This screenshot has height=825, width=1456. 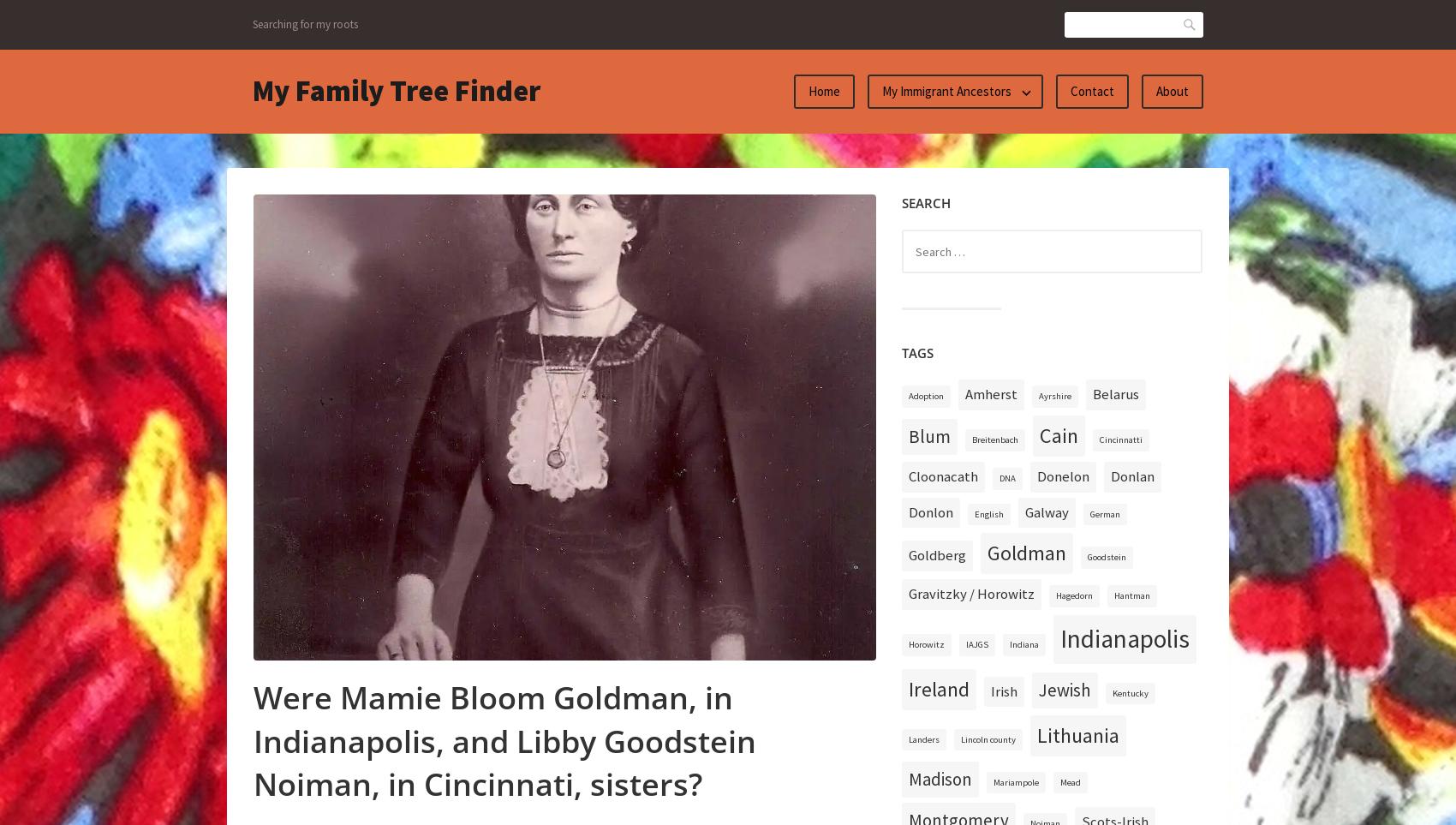 What do you see at coordinates (937, 554) in the screenshot?
I see `'Goldberg'` at bounding box center [937, 554].